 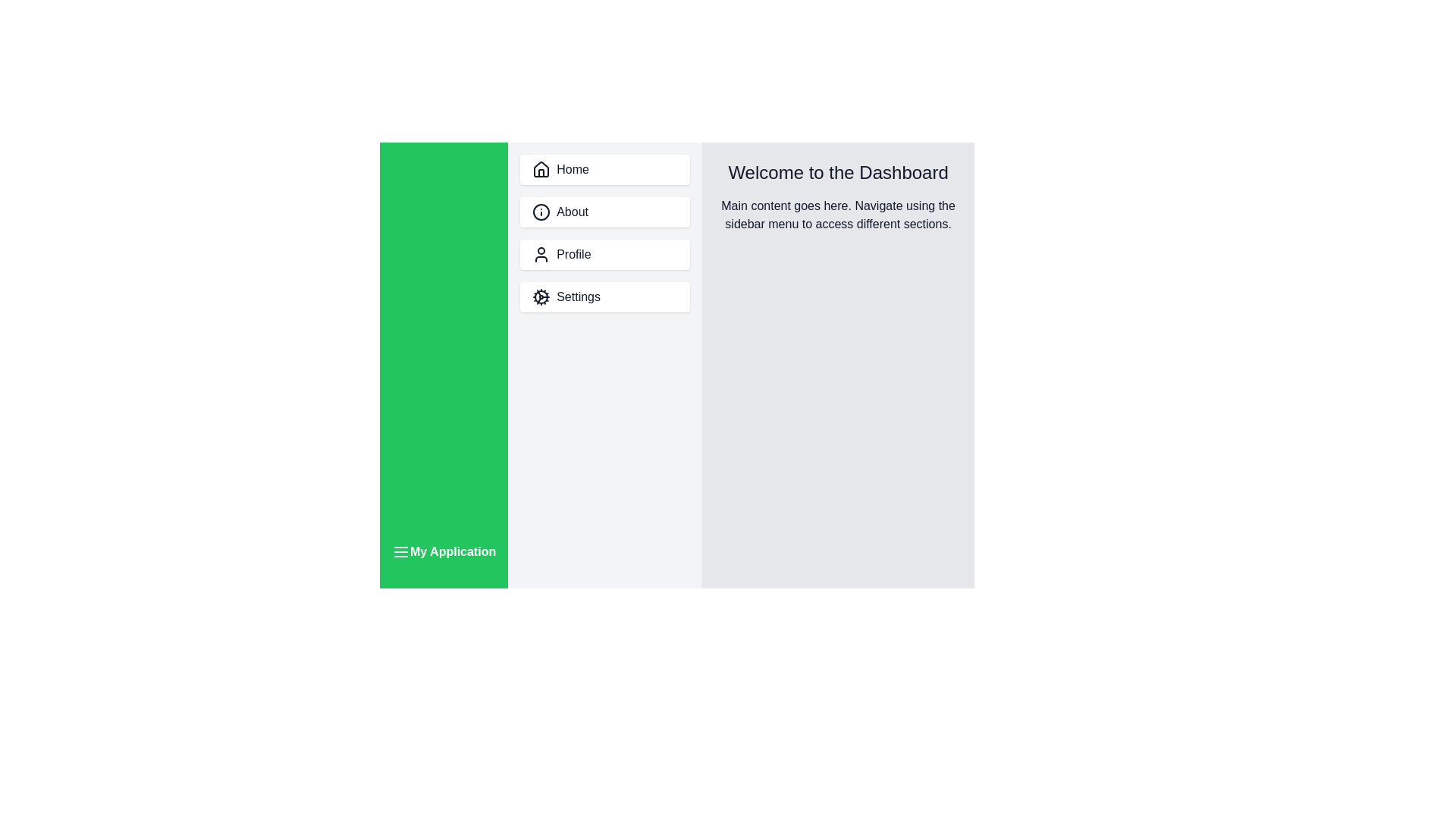 What do you see at coordinates (836, 552) in the screenshot?
I see `the main content area` at bounding box center [836, 552].